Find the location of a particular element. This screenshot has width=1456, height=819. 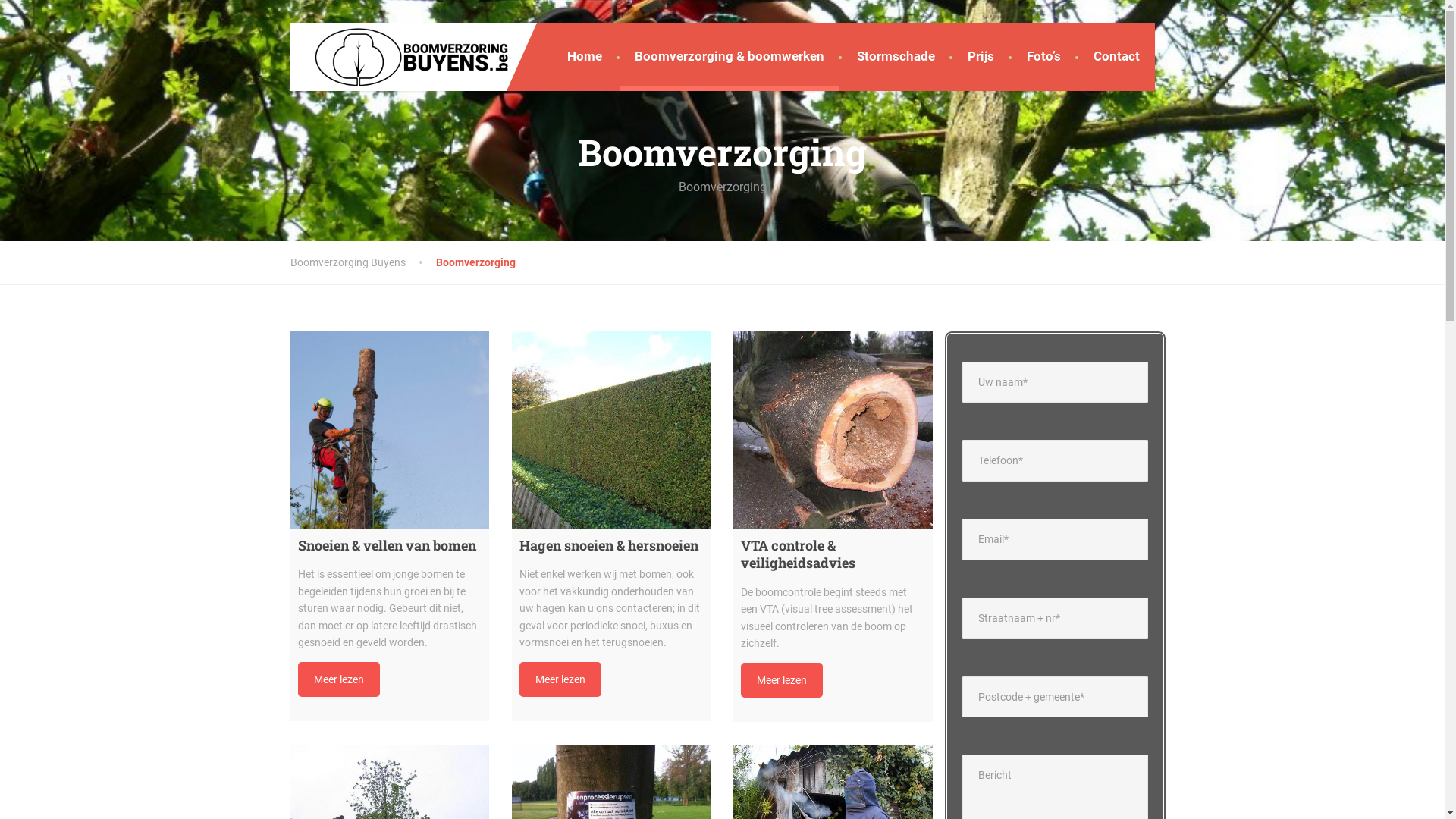

'Boomverzorging & boomwerken' is located at coordinates (728, 55).